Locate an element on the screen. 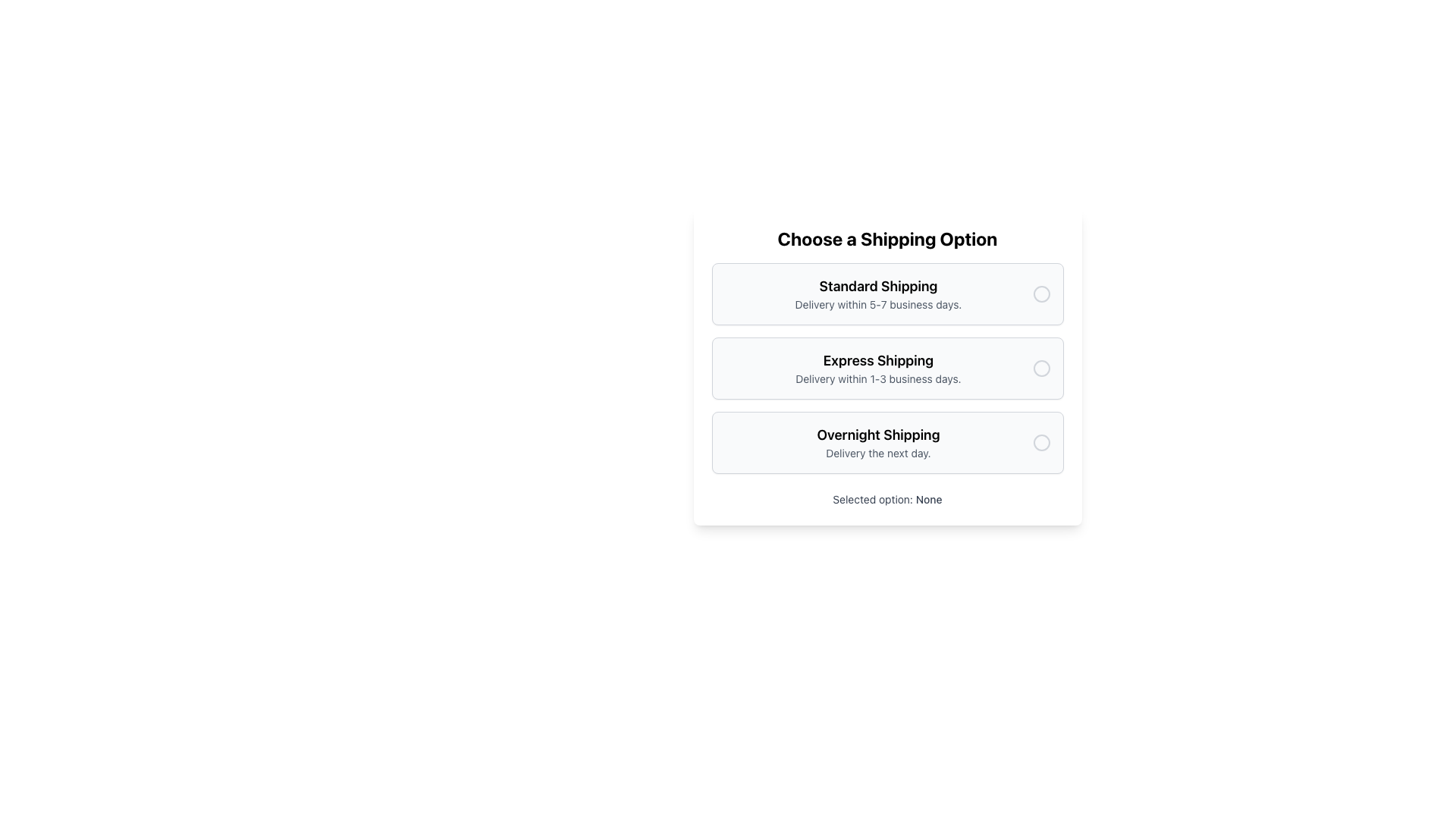 Image resolution: width=1456 pixels, height=819 pixels. the 'Overnight Shipping' button, which has a soft gray background and contains the text 'Overnight Shipping' in bold and 'Delivery the next day.' in lighter font is located at coordinates (887, 442).